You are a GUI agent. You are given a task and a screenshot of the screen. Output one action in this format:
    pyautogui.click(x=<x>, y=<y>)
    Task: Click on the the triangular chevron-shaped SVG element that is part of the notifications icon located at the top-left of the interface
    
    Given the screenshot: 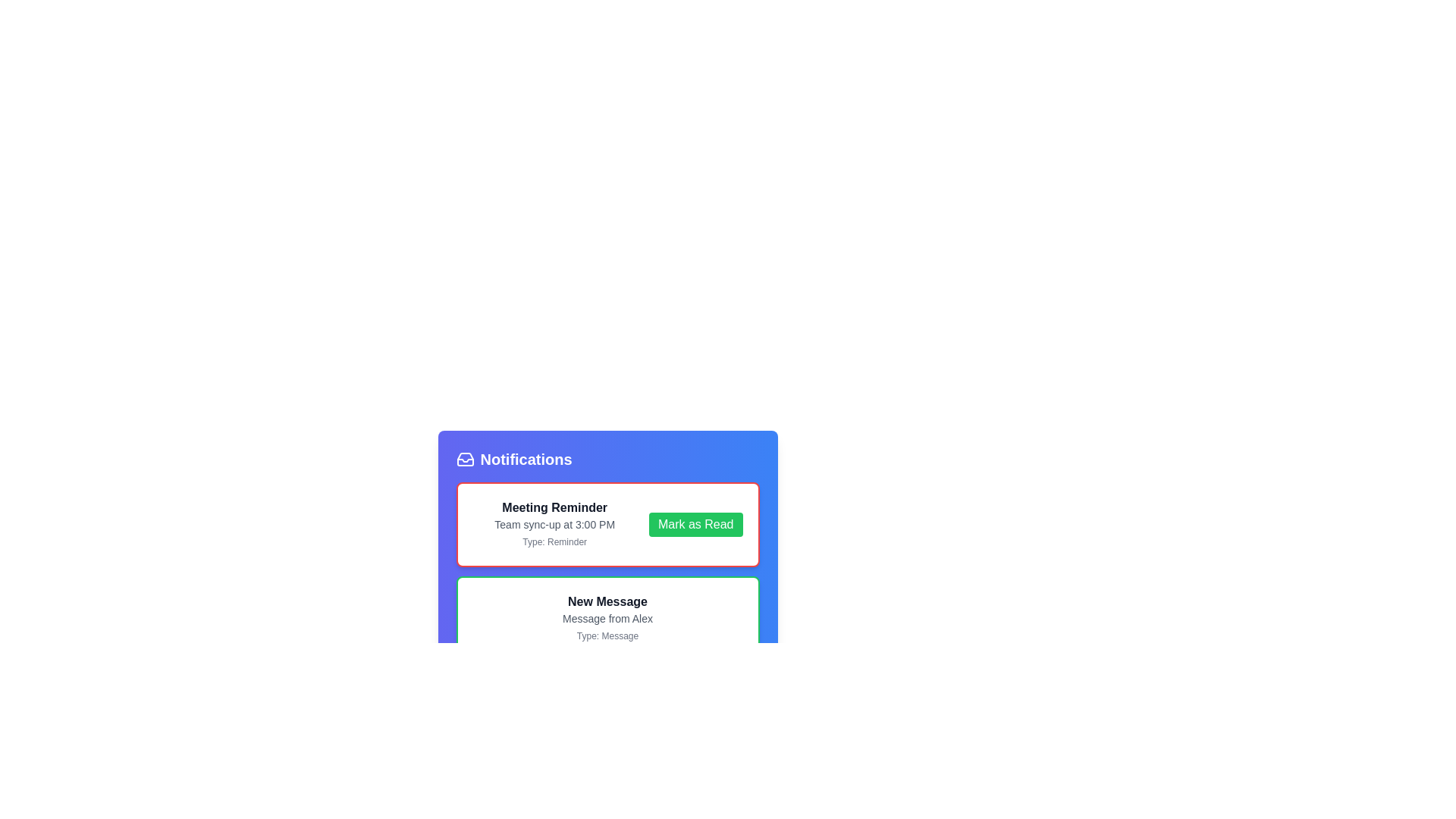 What is the action you would take?
    pyautogui.click(x=464, y=460)
    